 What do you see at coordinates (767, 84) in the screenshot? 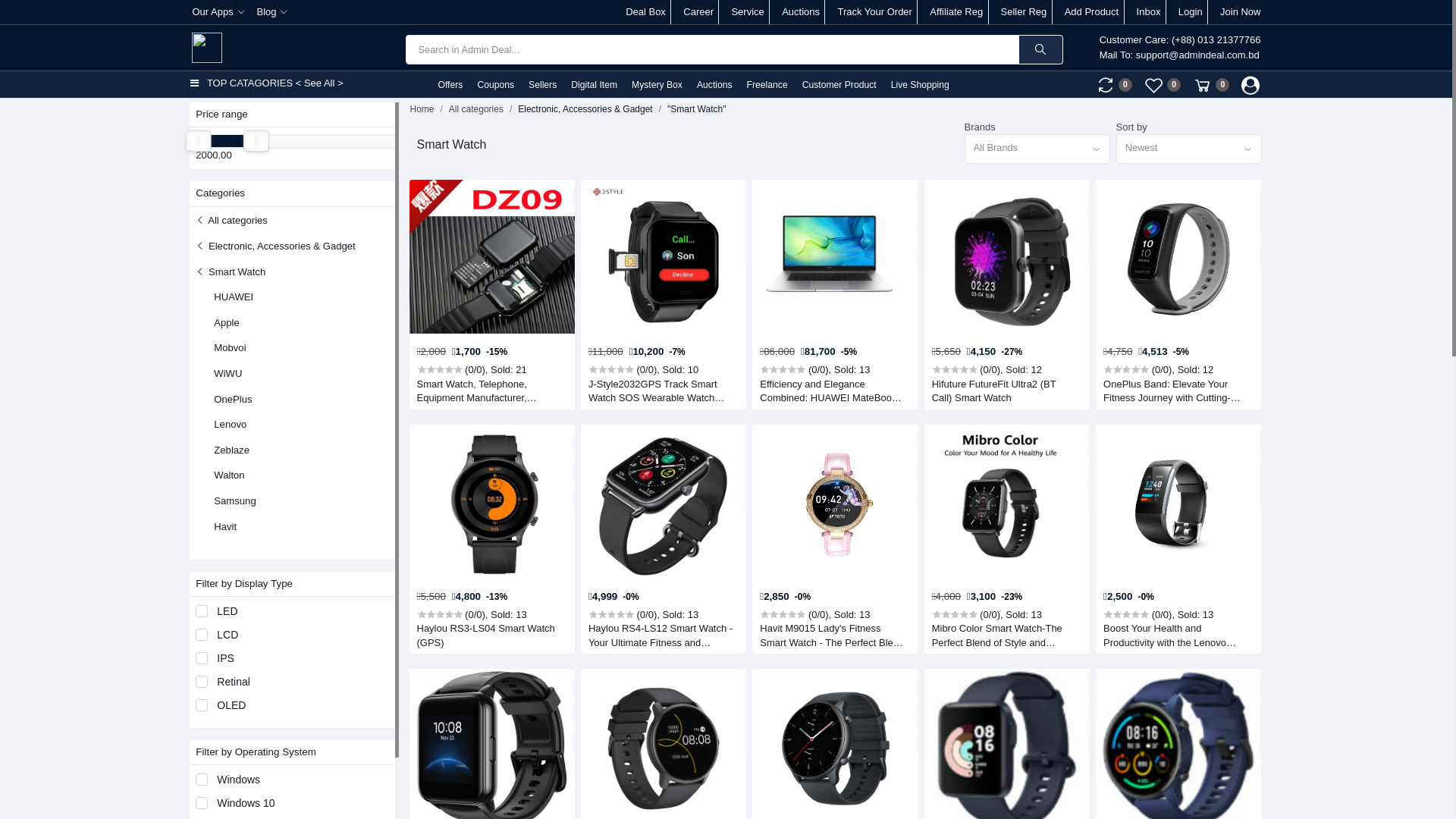
I see `'Freelance'` at bounding box center [767, 84].